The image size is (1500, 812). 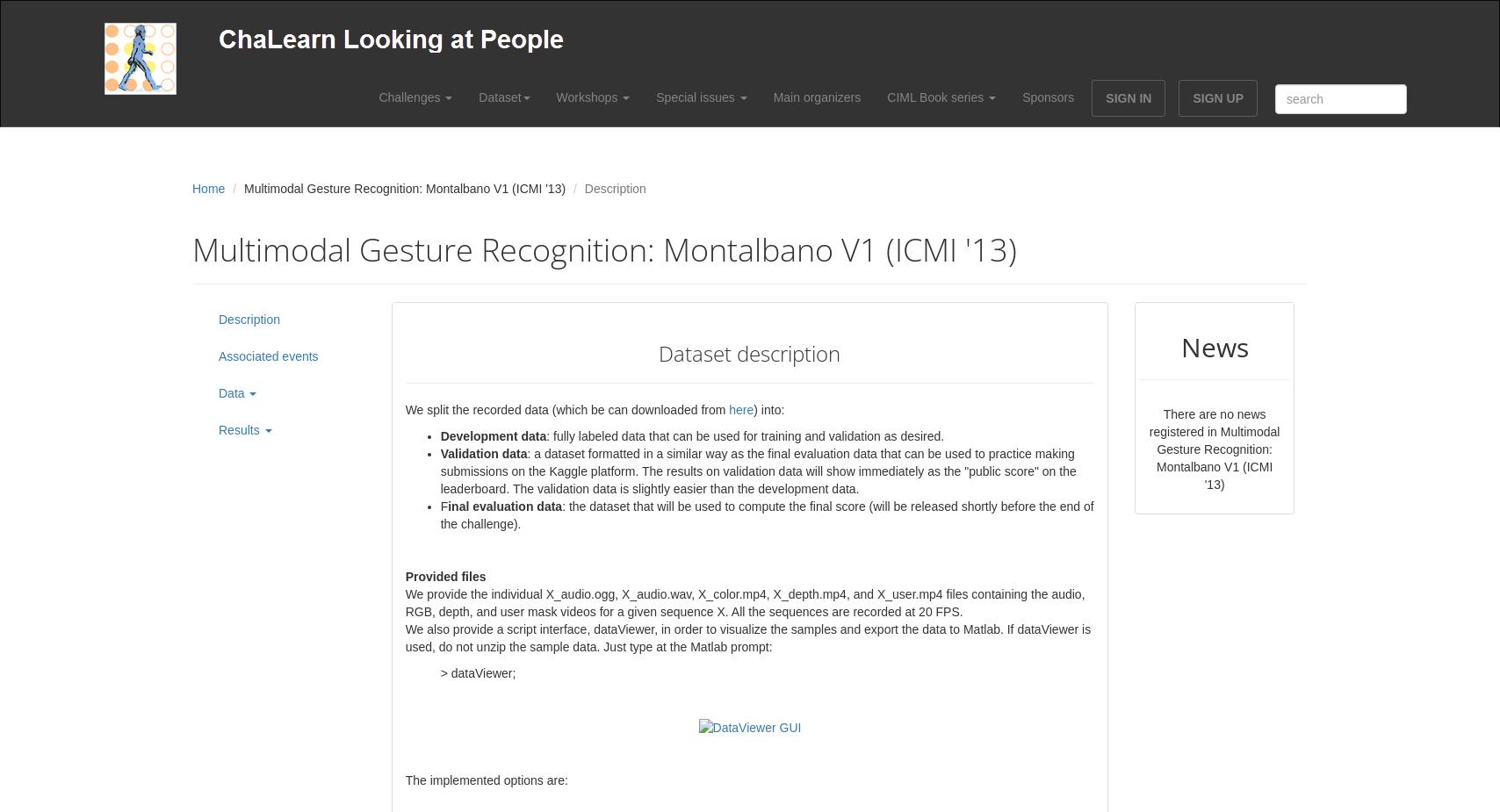 What do you see at coordinates (486, 780) in the screenshot?
I see `'The implemented options are:'` at bounding box center [486, 780].